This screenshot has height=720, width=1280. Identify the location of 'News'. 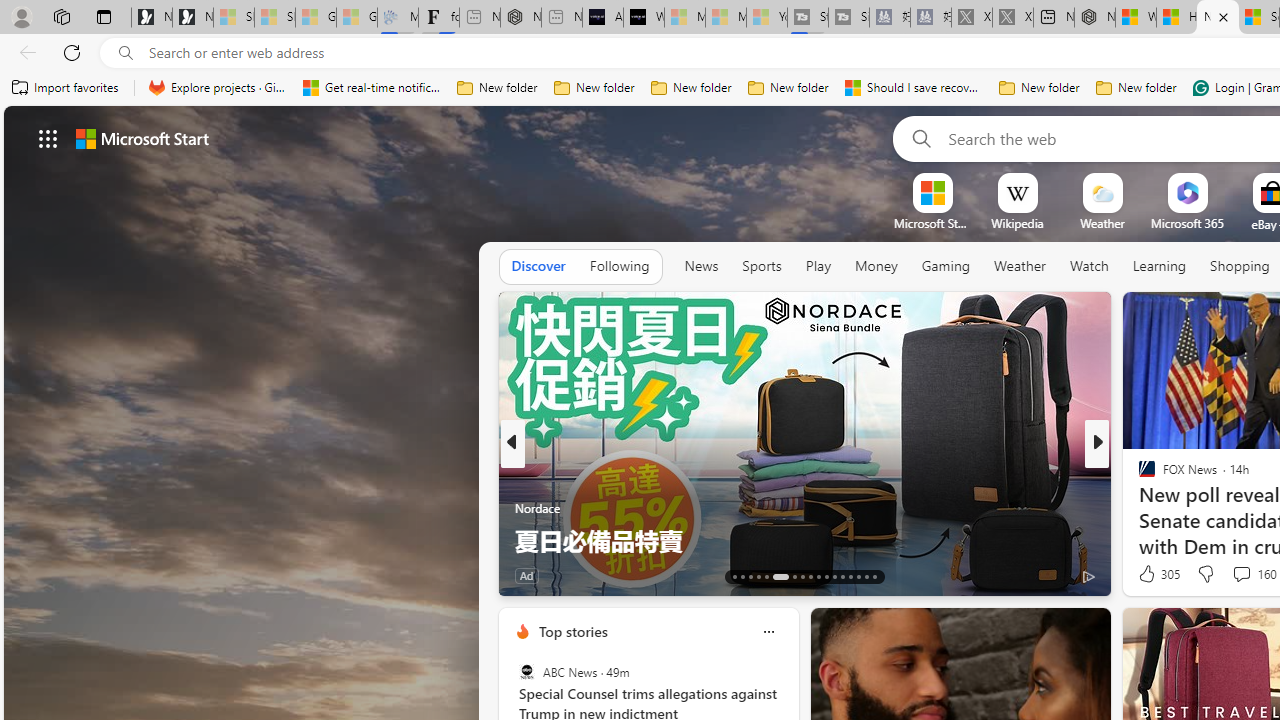
(701, 265).